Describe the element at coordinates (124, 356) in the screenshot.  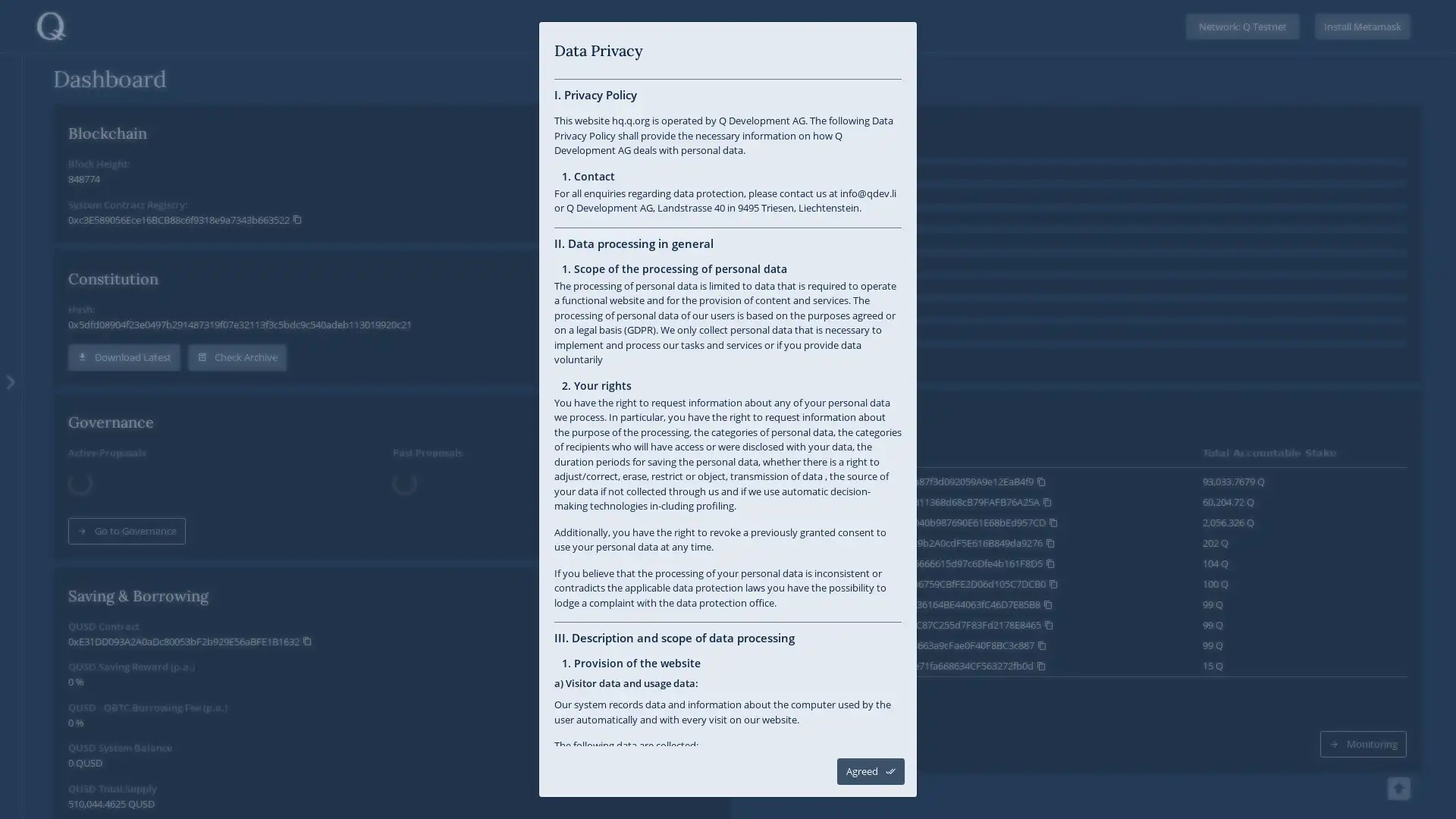
I see `Download Latest` at that location.